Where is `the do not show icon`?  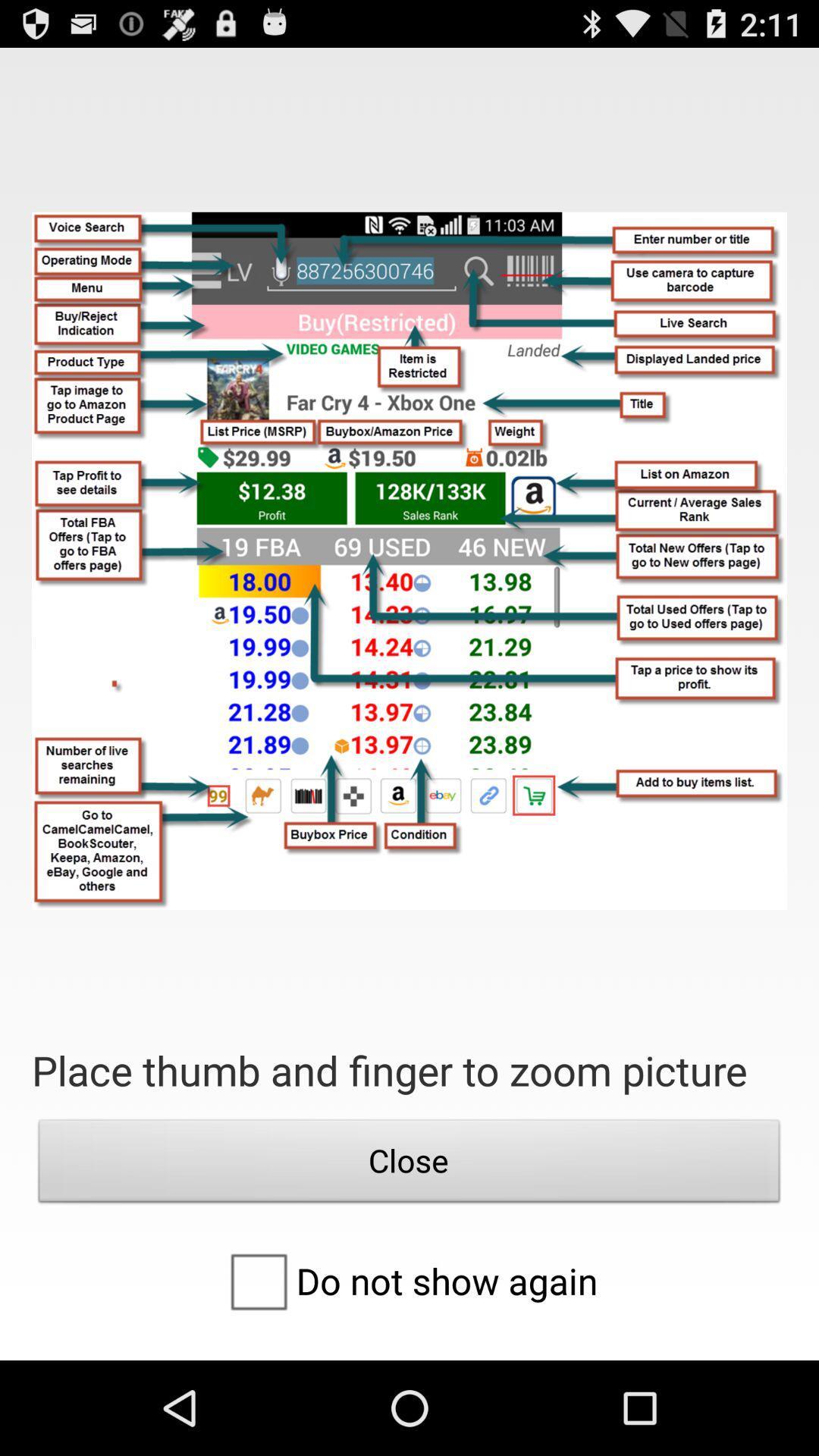
the do not show icon is located at coordinates (408, 1280).